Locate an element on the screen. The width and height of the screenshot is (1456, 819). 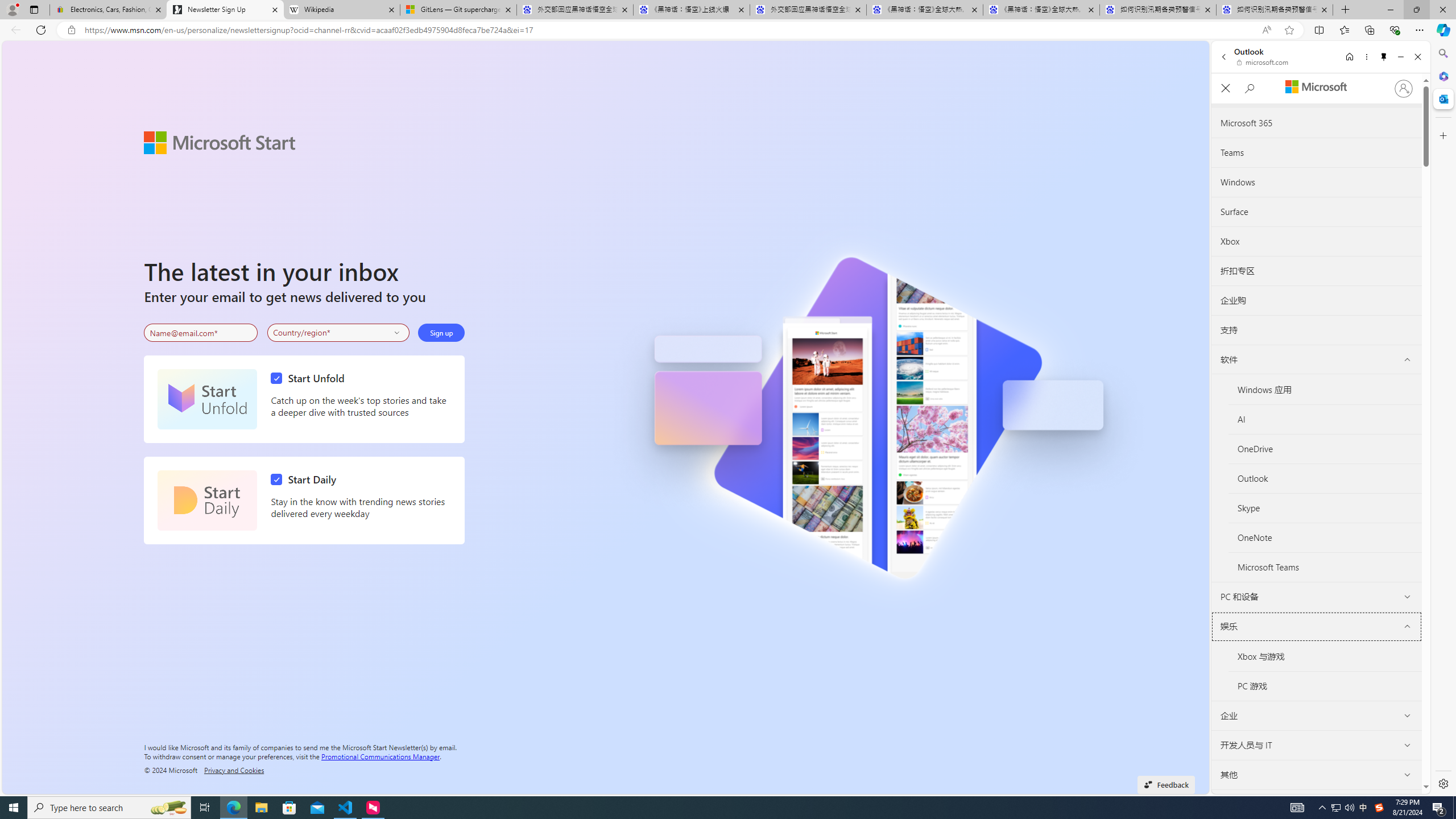
'Start Unfold' is located at coordinates (206, 399).